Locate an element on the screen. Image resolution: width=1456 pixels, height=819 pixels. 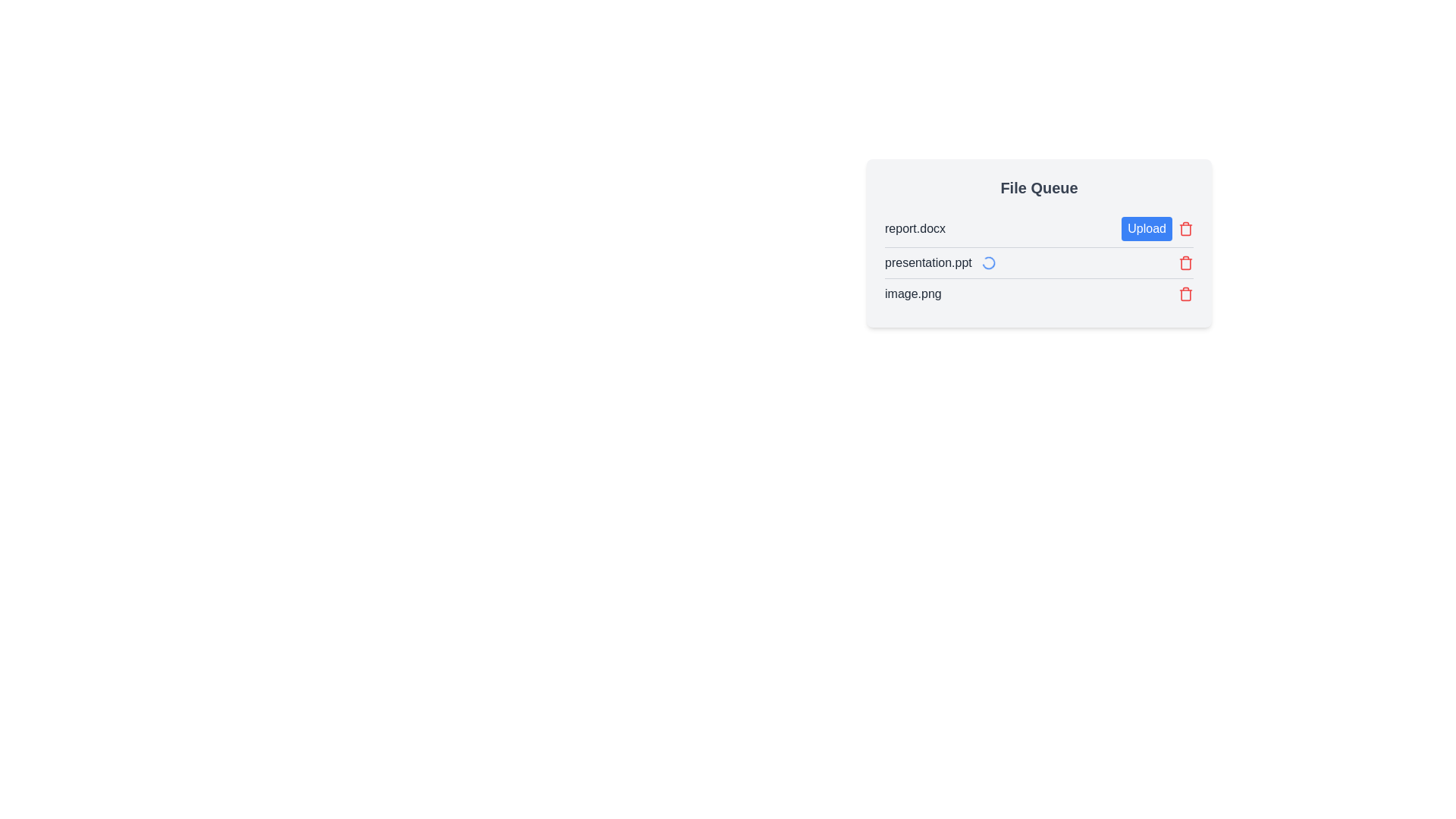
the file name 'presentation.ppt' in the second row of the file queue is located at coordinates (1038, 262).